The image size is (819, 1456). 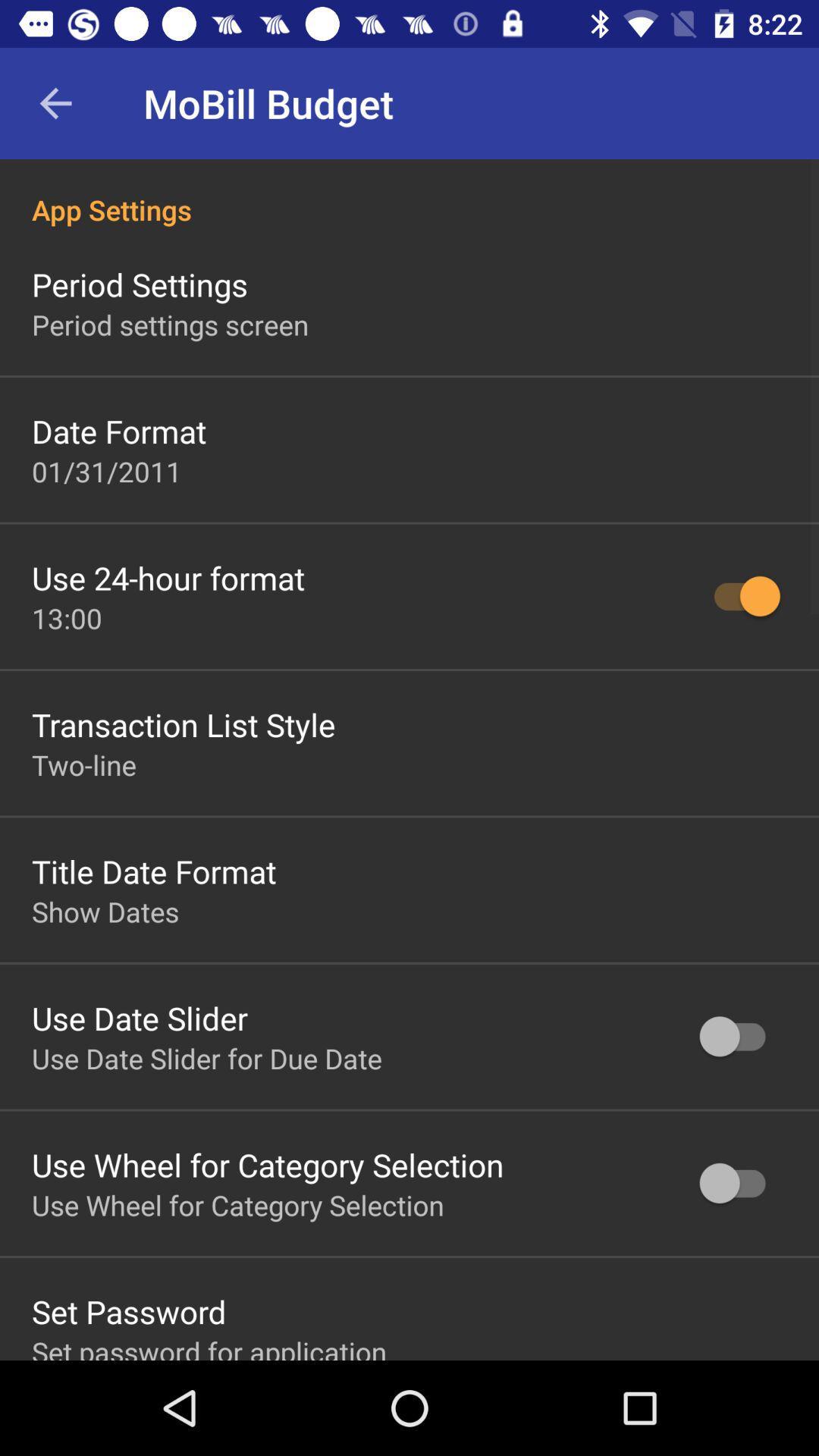 What do you see at coordinates (106, 470) in the screenshot?
I see `the 01/31/2011 icon` at bounding box center [106, 470].